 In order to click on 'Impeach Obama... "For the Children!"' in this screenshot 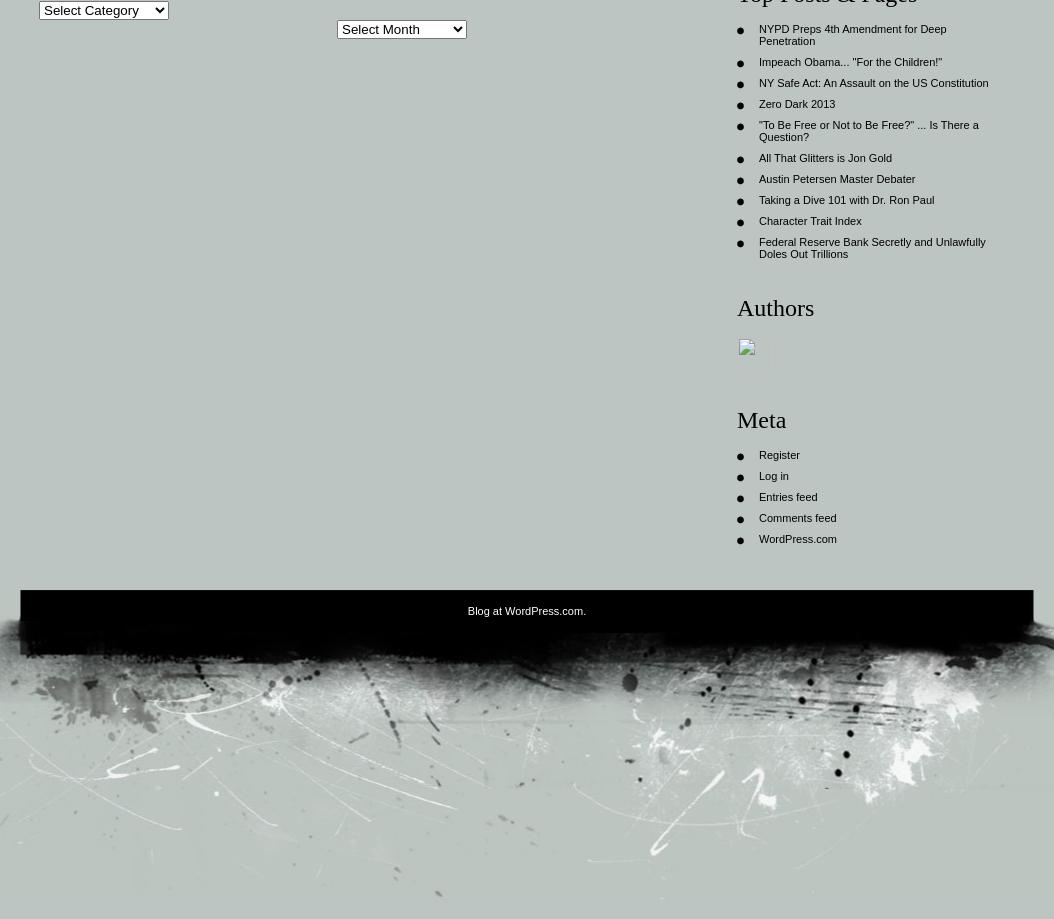, I will do `click(850, 61)`.